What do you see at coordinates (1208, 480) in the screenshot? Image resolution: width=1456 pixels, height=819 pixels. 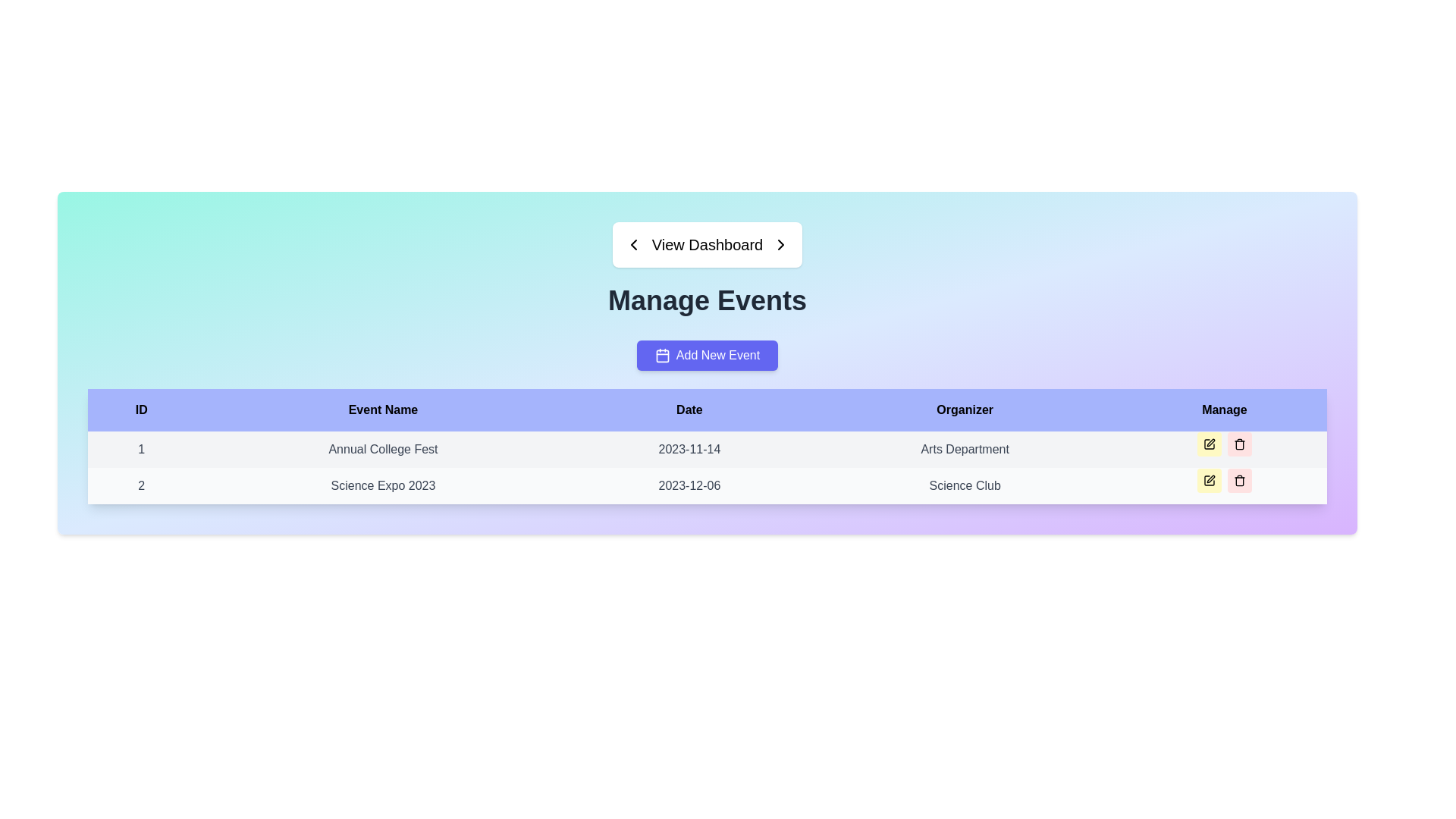 I see `the edit Icon button located at the bottom right of the second row under the 'Manage' column in the table` at bounding box center [1208, 480].